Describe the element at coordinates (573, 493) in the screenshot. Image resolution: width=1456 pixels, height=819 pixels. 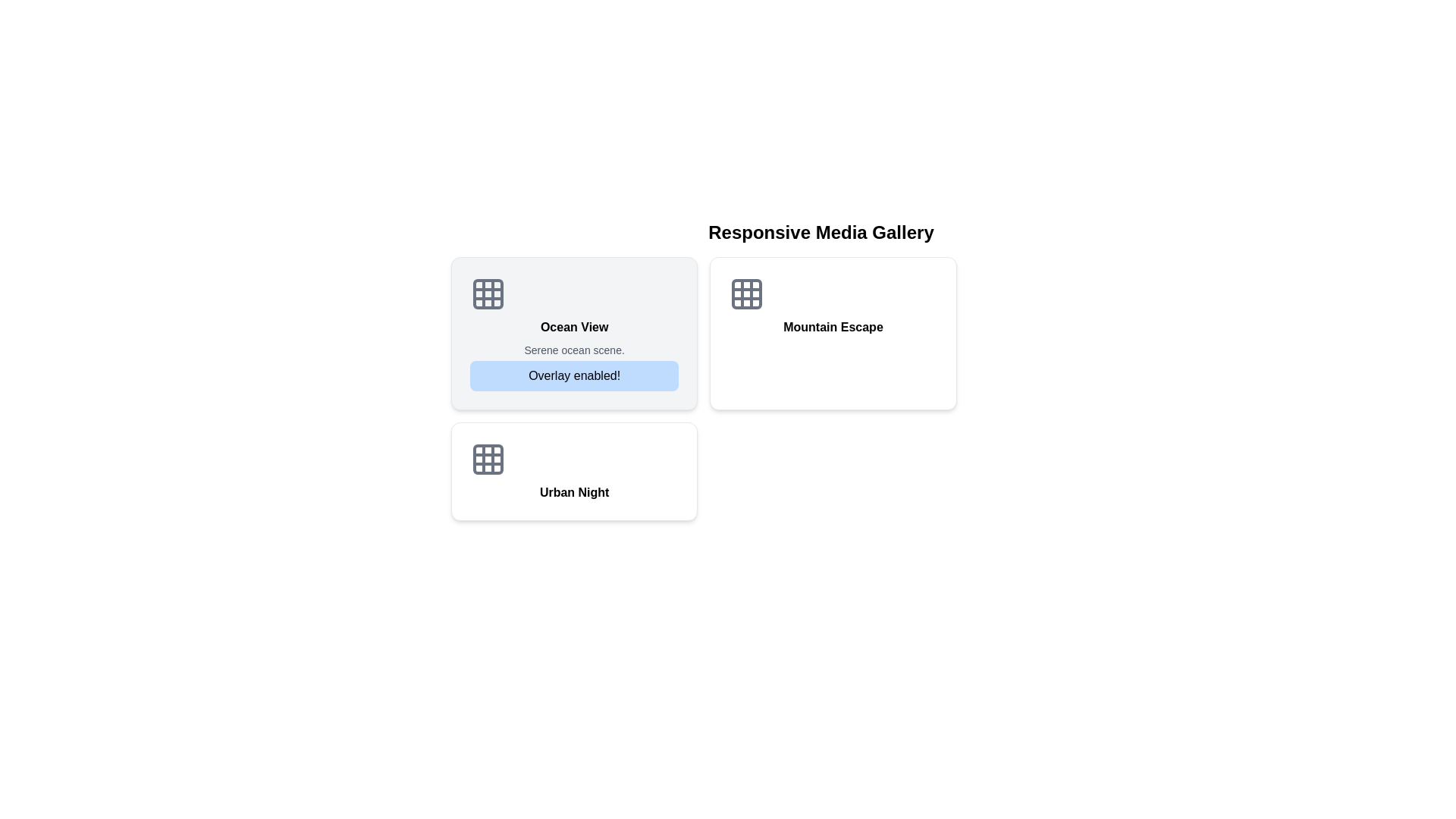
I see `text content of the label positioned below the grid icon in the bottom-left card of the layout` at that location.